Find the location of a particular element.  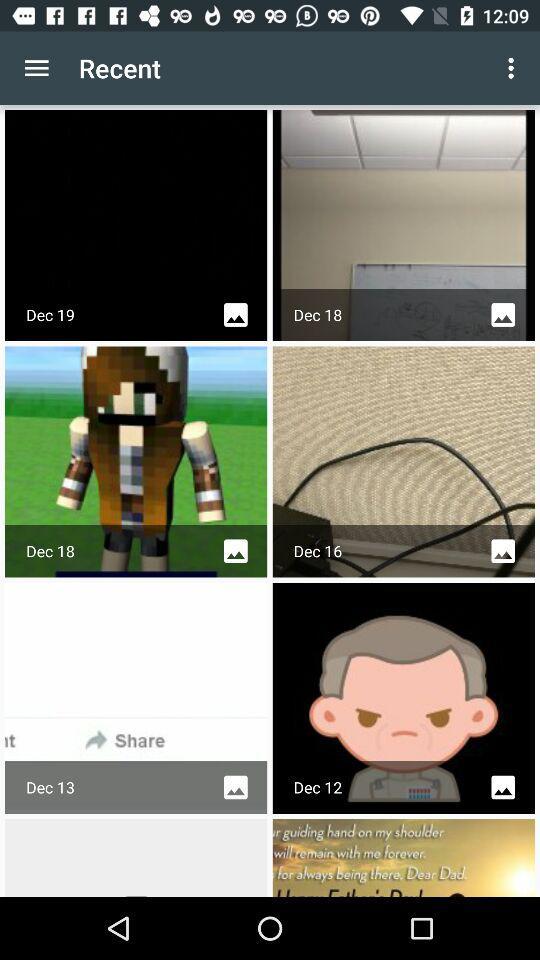

app next to the recent item is located at coordinates (36, 68).